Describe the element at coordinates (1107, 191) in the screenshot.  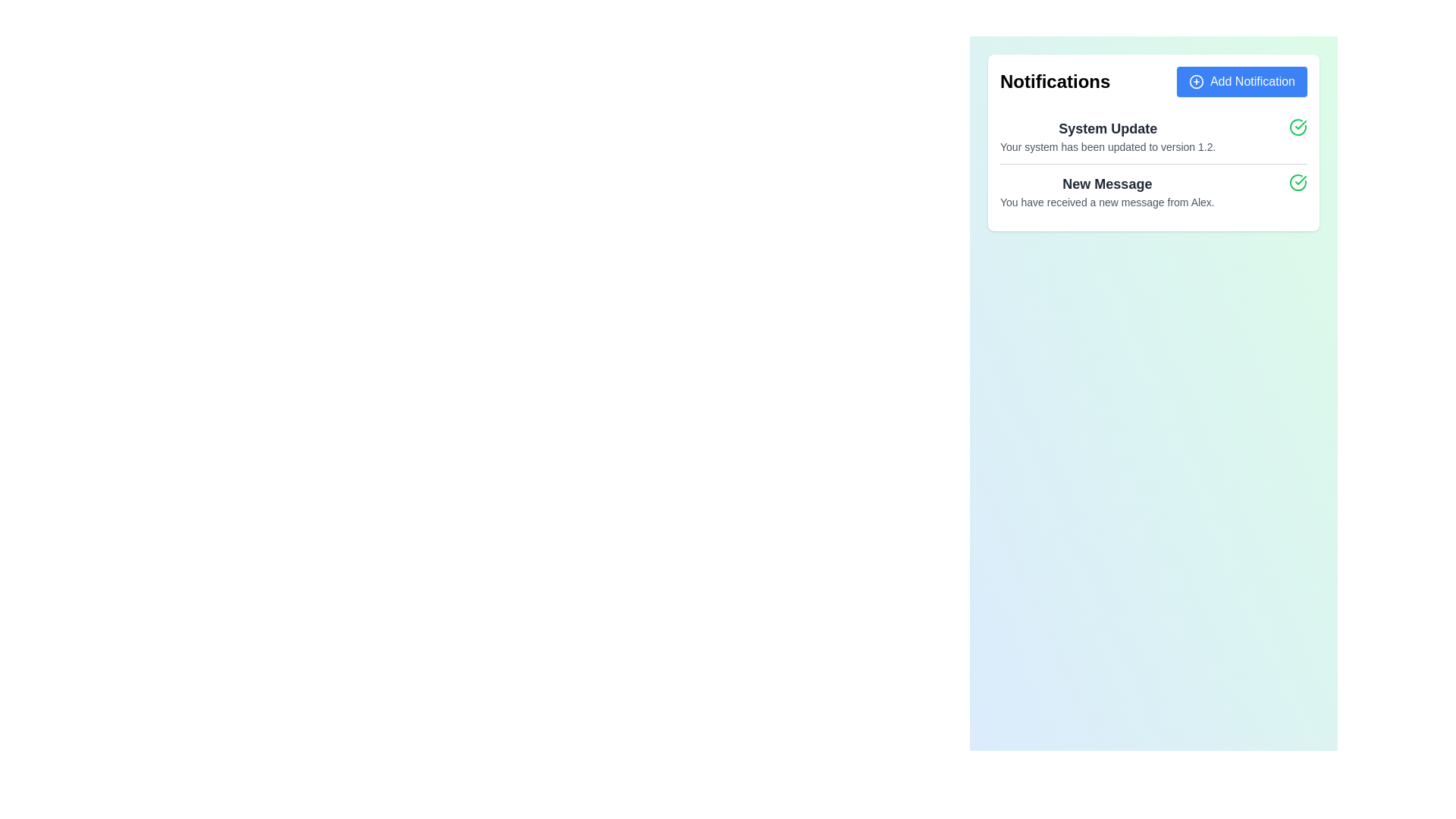
I see `the Informational Text Block that displays a new message received from Alex, located in the notification panel below the 'System Update' notification` at that location.